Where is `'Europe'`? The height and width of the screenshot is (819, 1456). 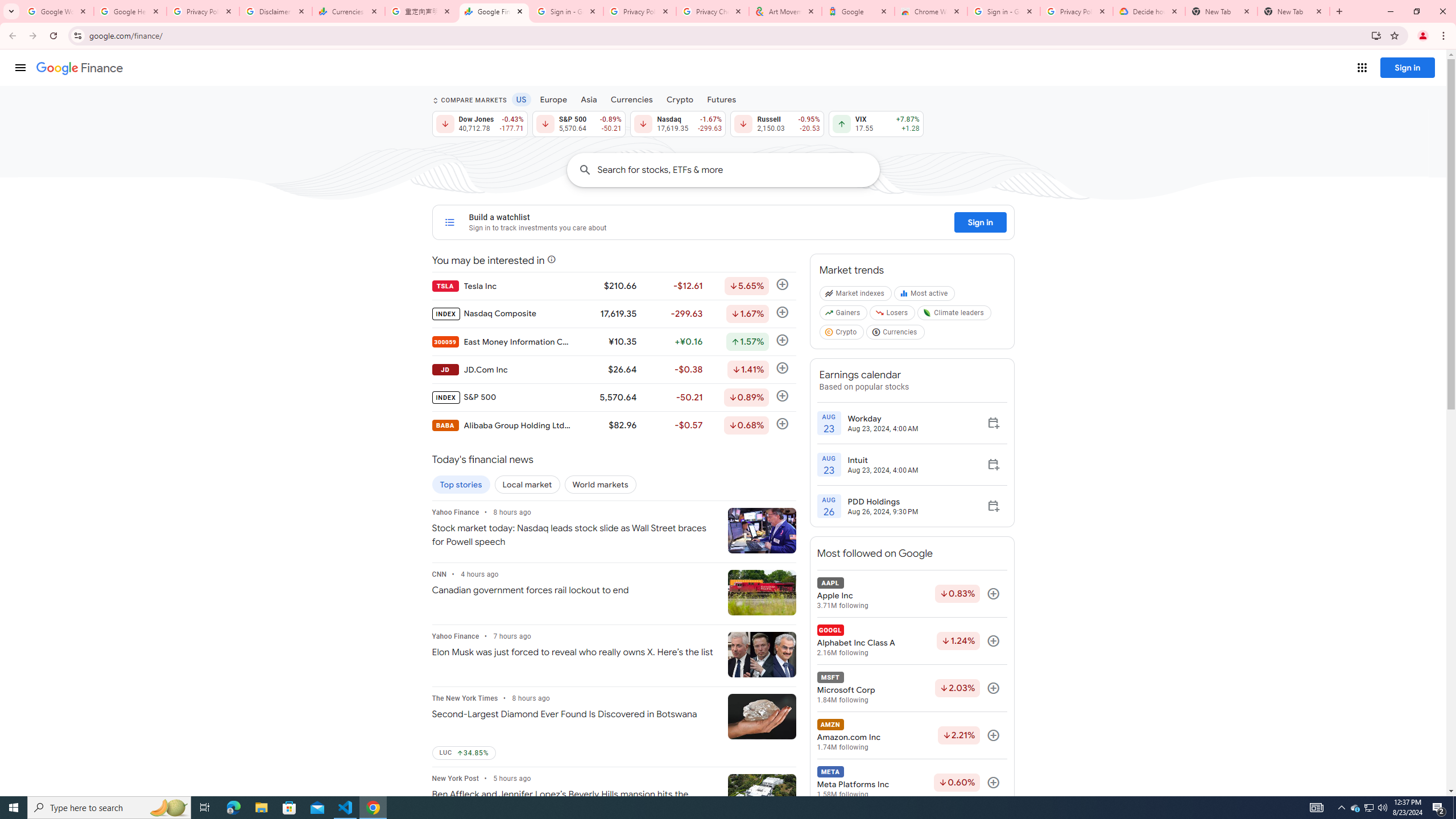 'Europe' is located at coordinates (554, 98).